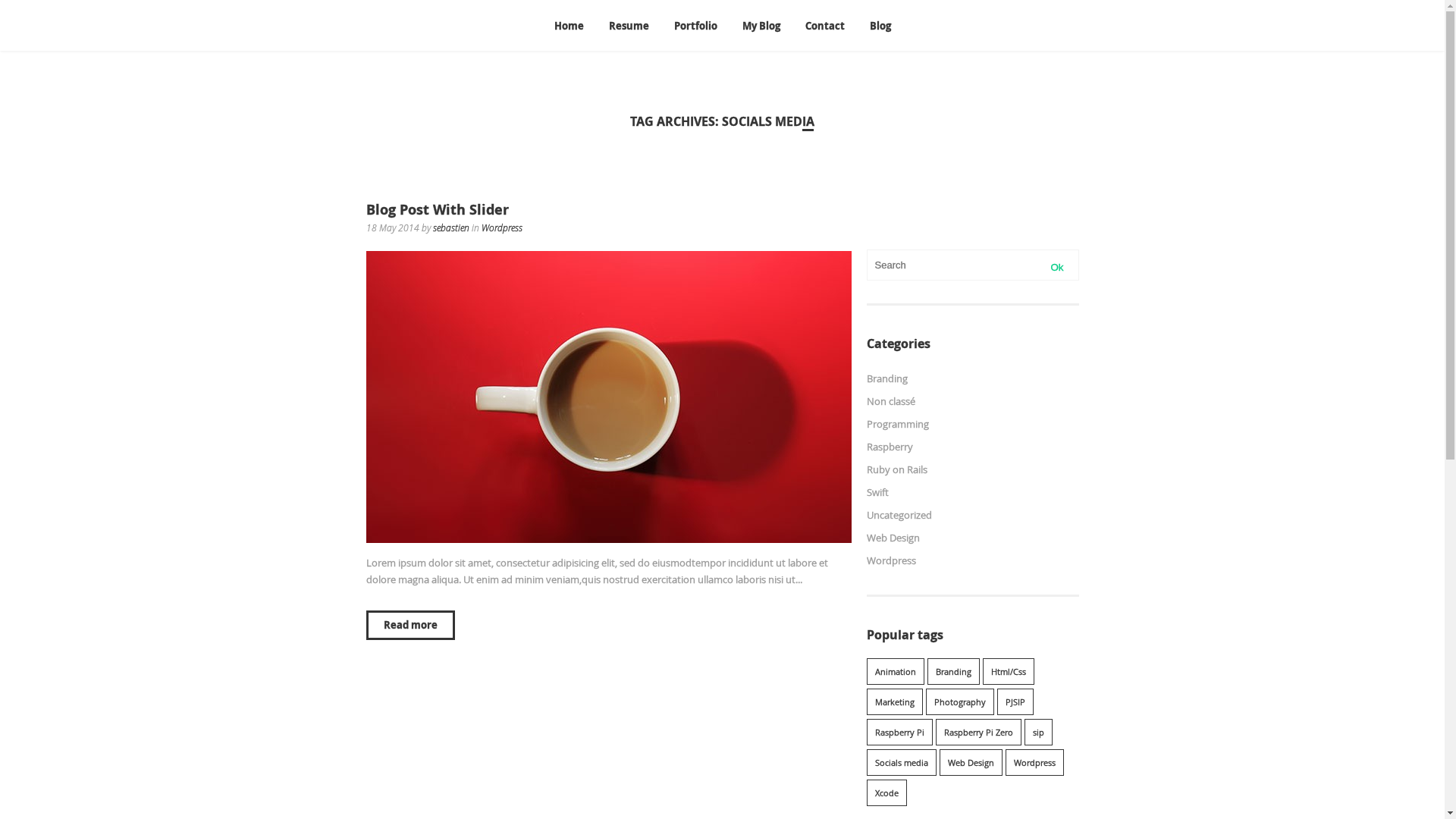  What do you see at coordinates (886, 792) in the screenshot?
I see `'Xcode'` at bounding box center [886, 792].